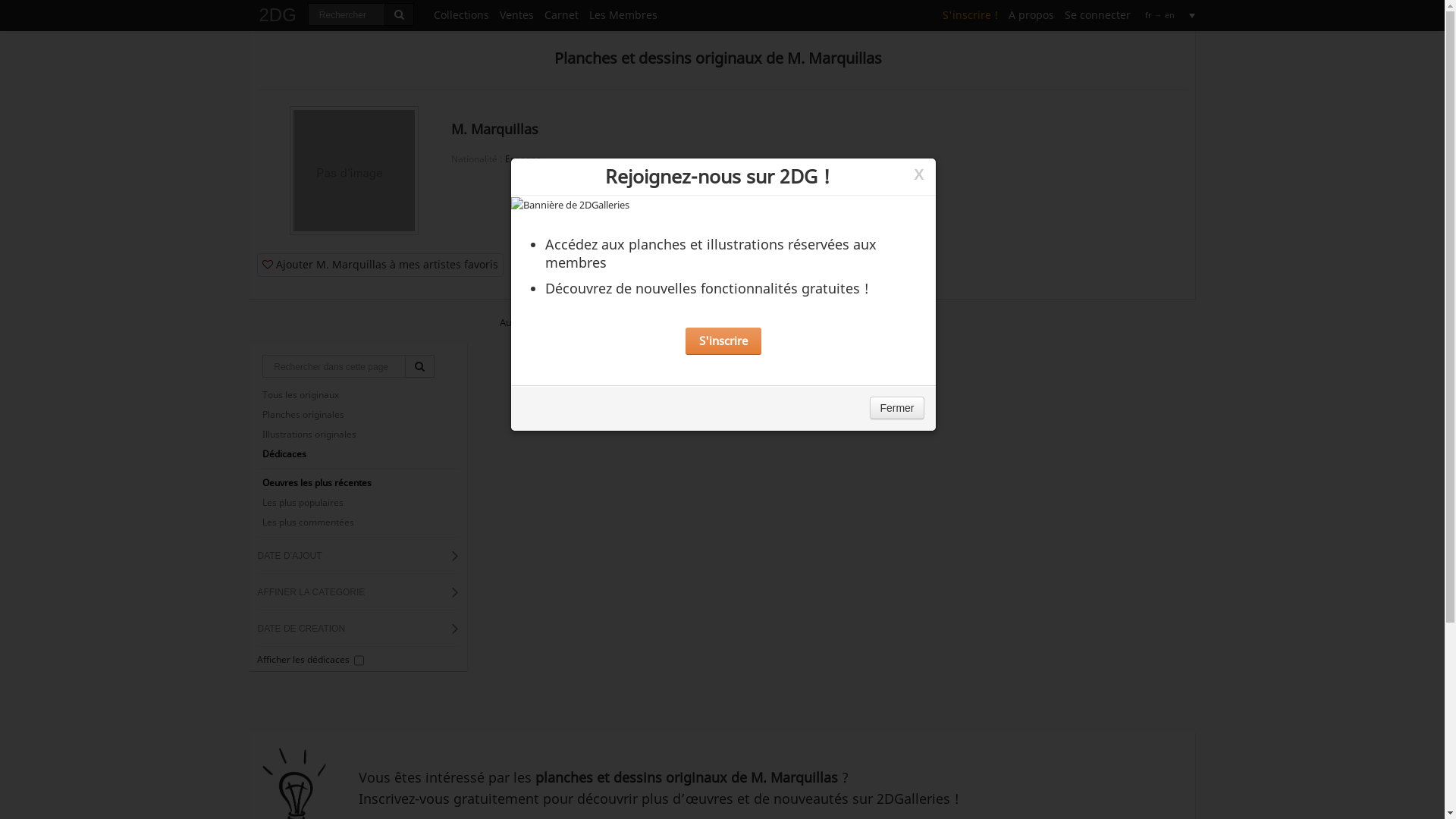 The width and height of the screenshot is (1456, 819). I want to click on 'photo_placeholder', so click(353, 170).